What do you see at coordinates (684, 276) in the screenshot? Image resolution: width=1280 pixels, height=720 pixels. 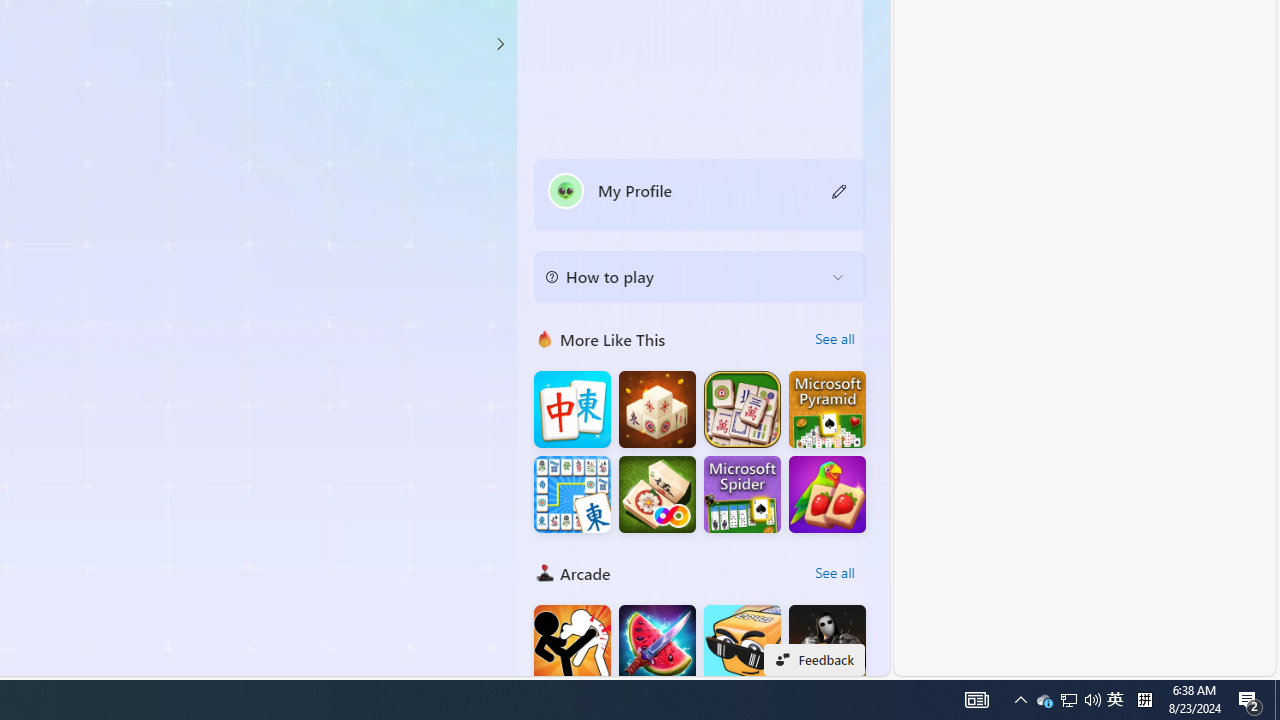 I see `'How to play'` at bounding box center [684, 276].